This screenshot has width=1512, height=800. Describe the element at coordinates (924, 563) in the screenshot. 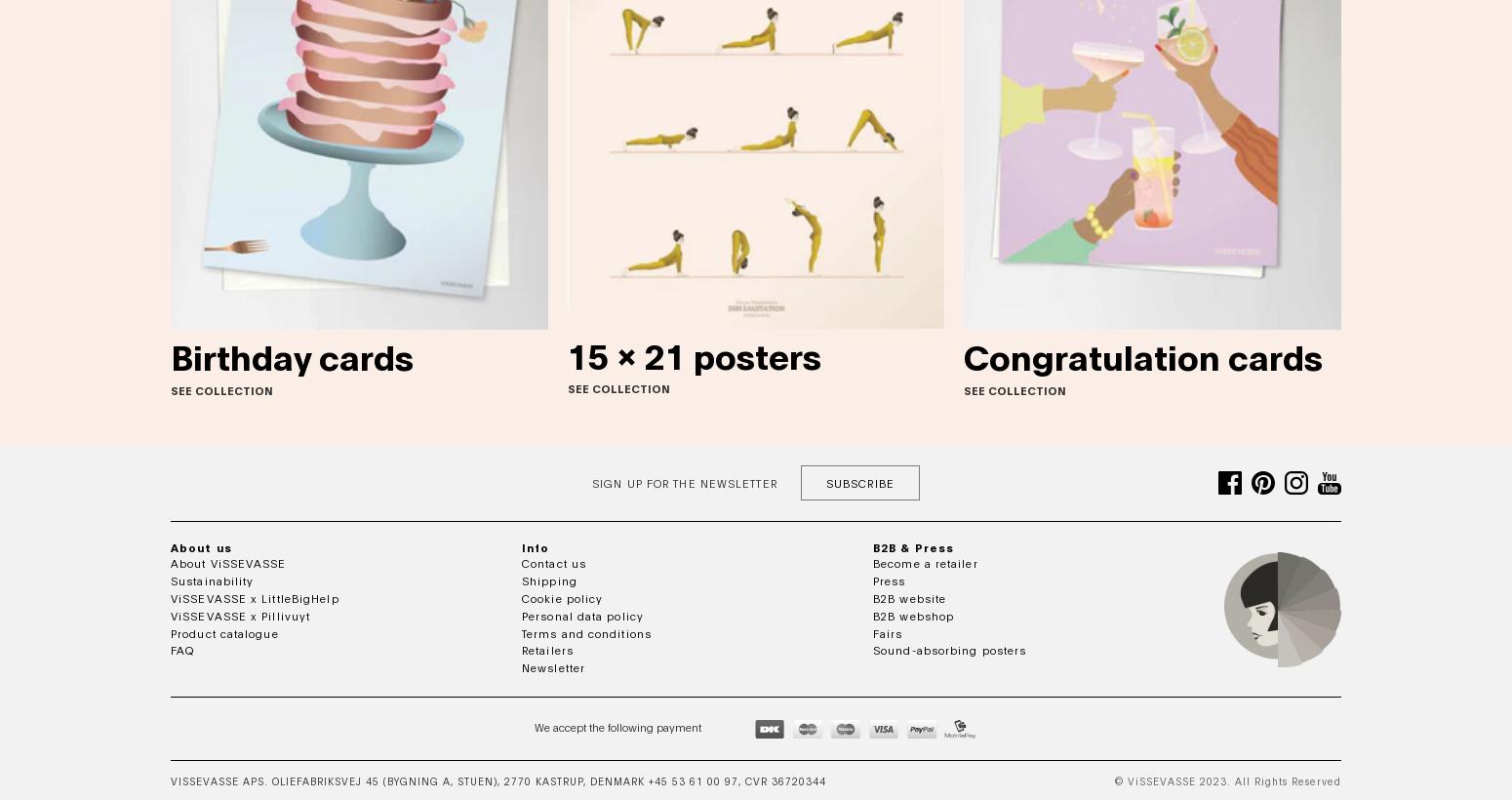

I see `'Become a retailer'` at that location.